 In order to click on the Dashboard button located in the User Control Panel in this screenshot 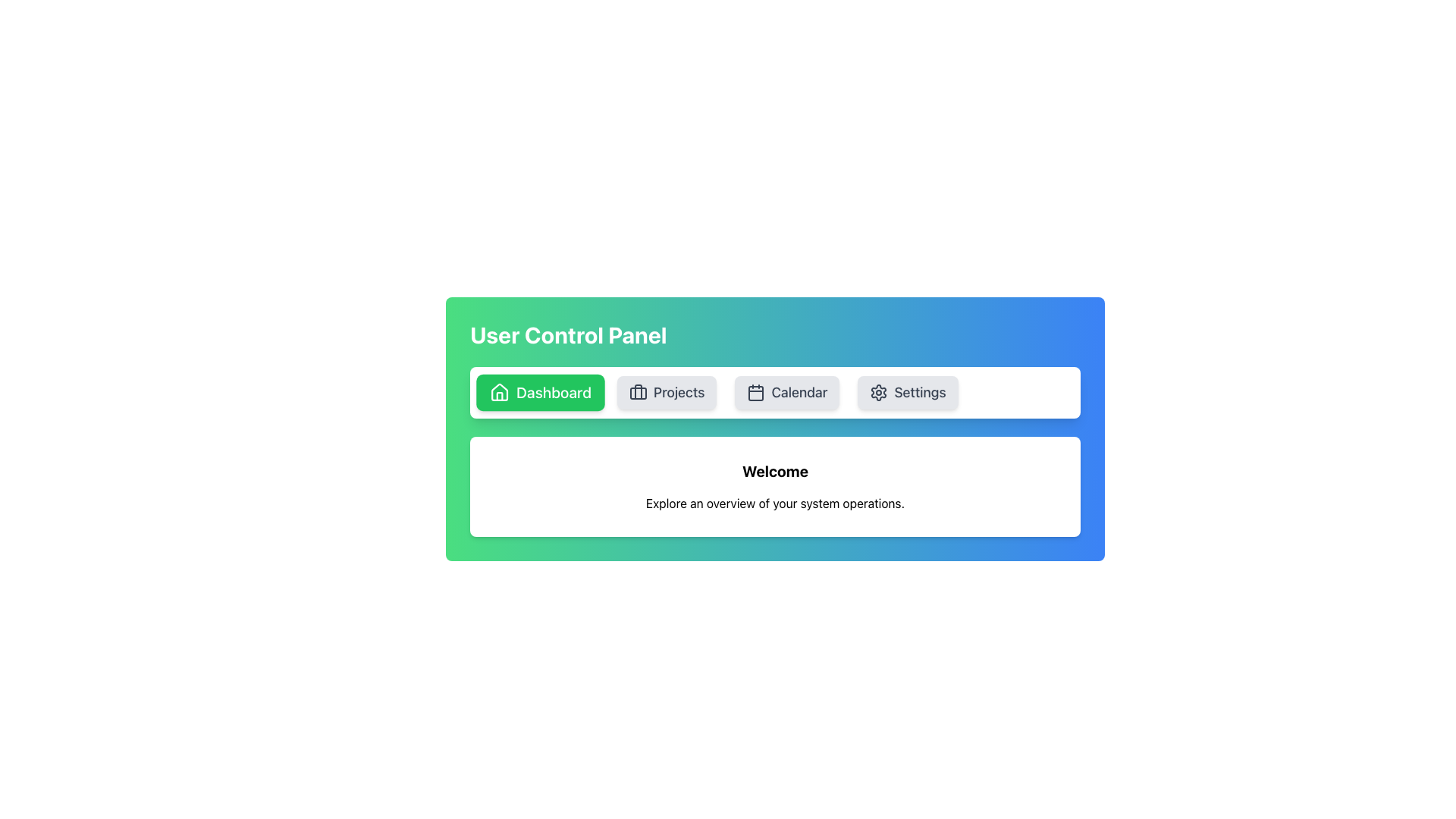, I will do `click(540, 391)`.